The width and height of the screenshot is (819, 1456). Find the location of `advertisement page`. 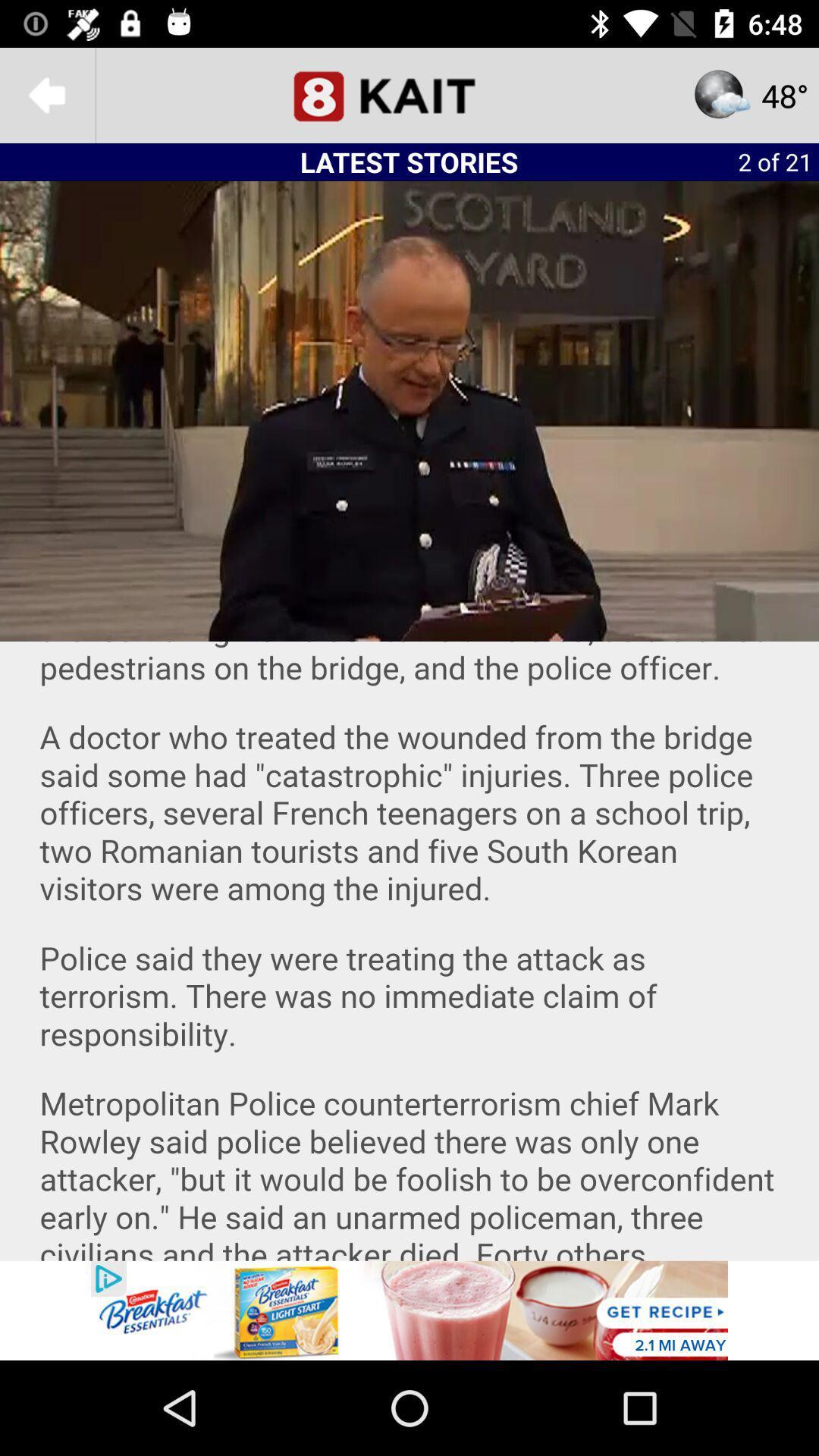

advertisement page is located at coordinates (409, 1310).